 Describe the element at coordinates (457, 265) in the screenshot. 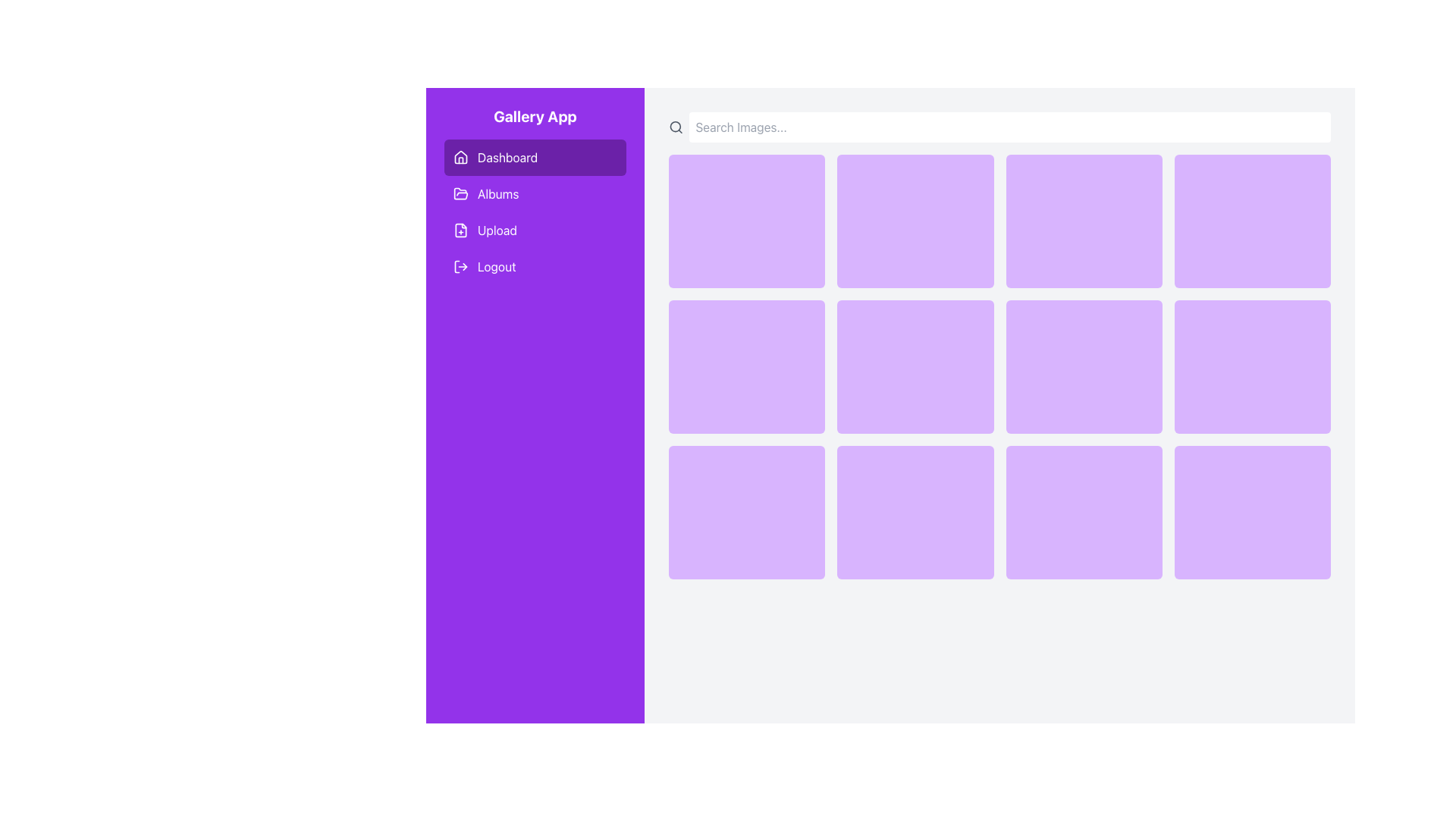

I see `the Logout icon in the vertical side menu, which is a graphical representation indicating an exit or logout action, located beside the text label 'Logout'` at that location.